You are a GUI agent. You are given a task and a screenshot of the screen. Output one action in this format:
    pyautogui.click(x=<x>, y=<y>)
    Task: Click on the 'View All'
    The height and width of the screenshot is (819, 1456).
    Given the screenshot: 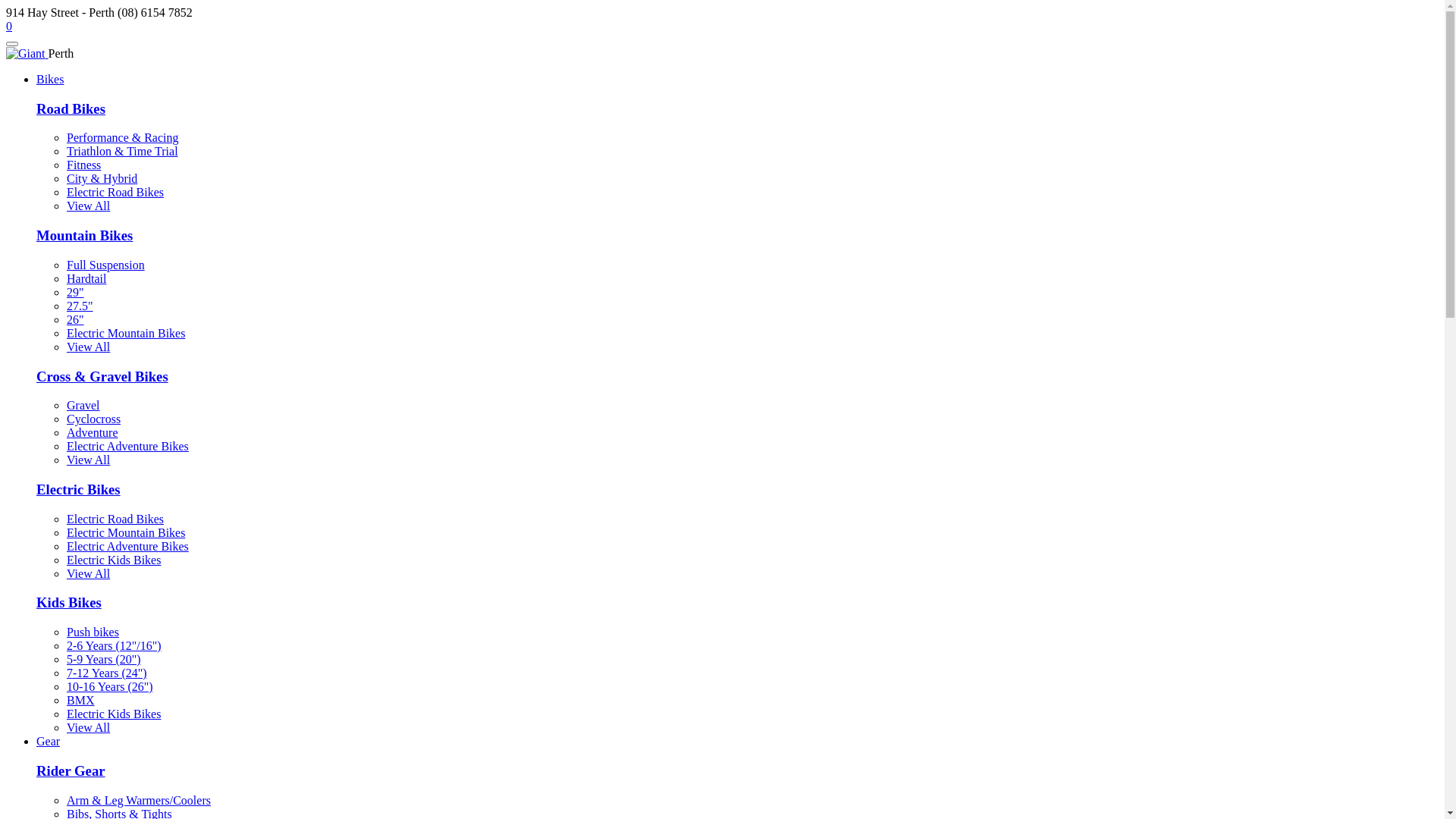 What is the action you would take?
    pyautogui.click(x=65, y=726)
    